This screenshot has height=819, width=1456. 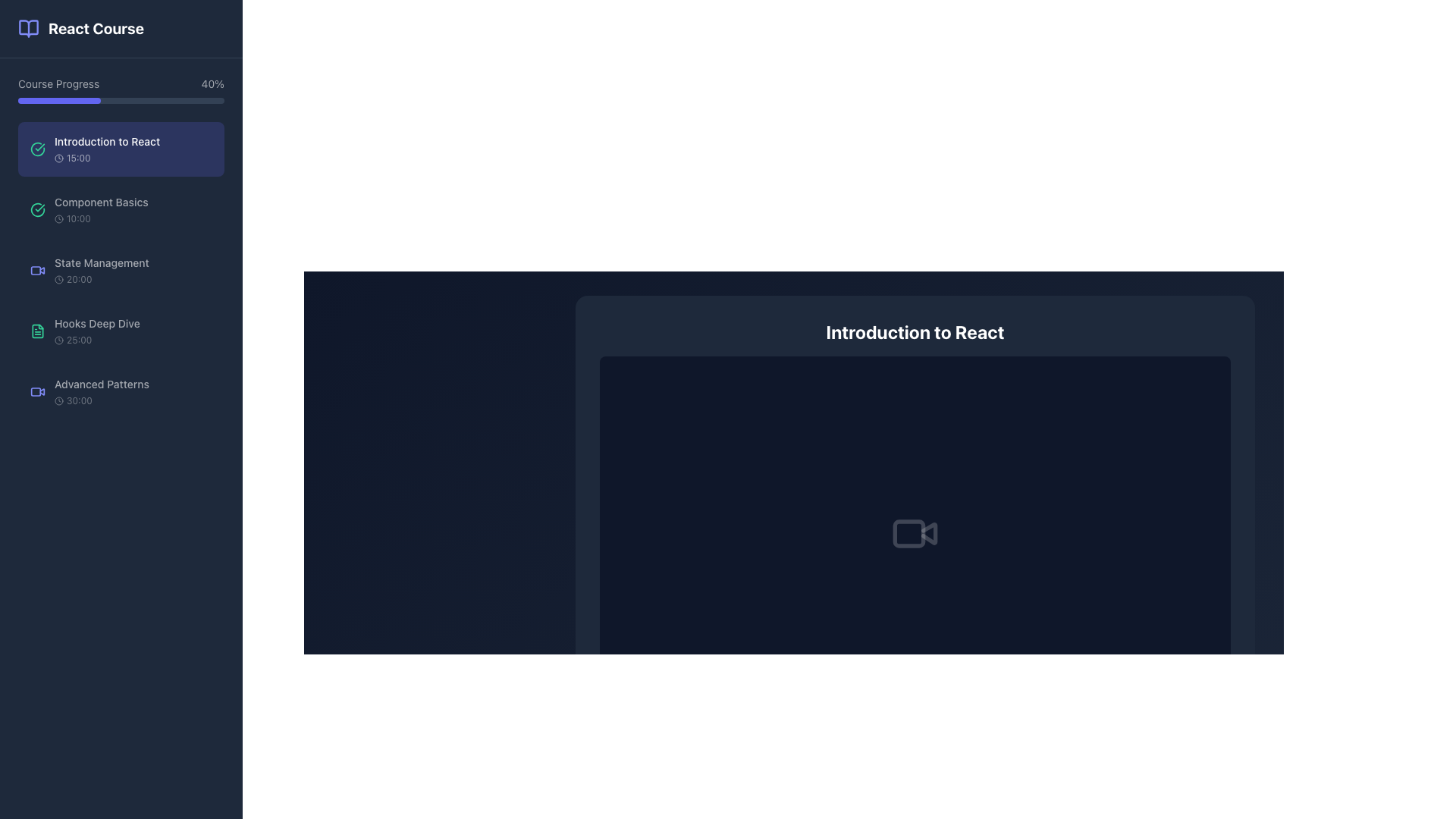 What do you see at coordinates (133, 210) in the screenshot?
I see `the 'Component Basics' text label with a clock icon located in the left sidebar` at bounding box center [133, 210].